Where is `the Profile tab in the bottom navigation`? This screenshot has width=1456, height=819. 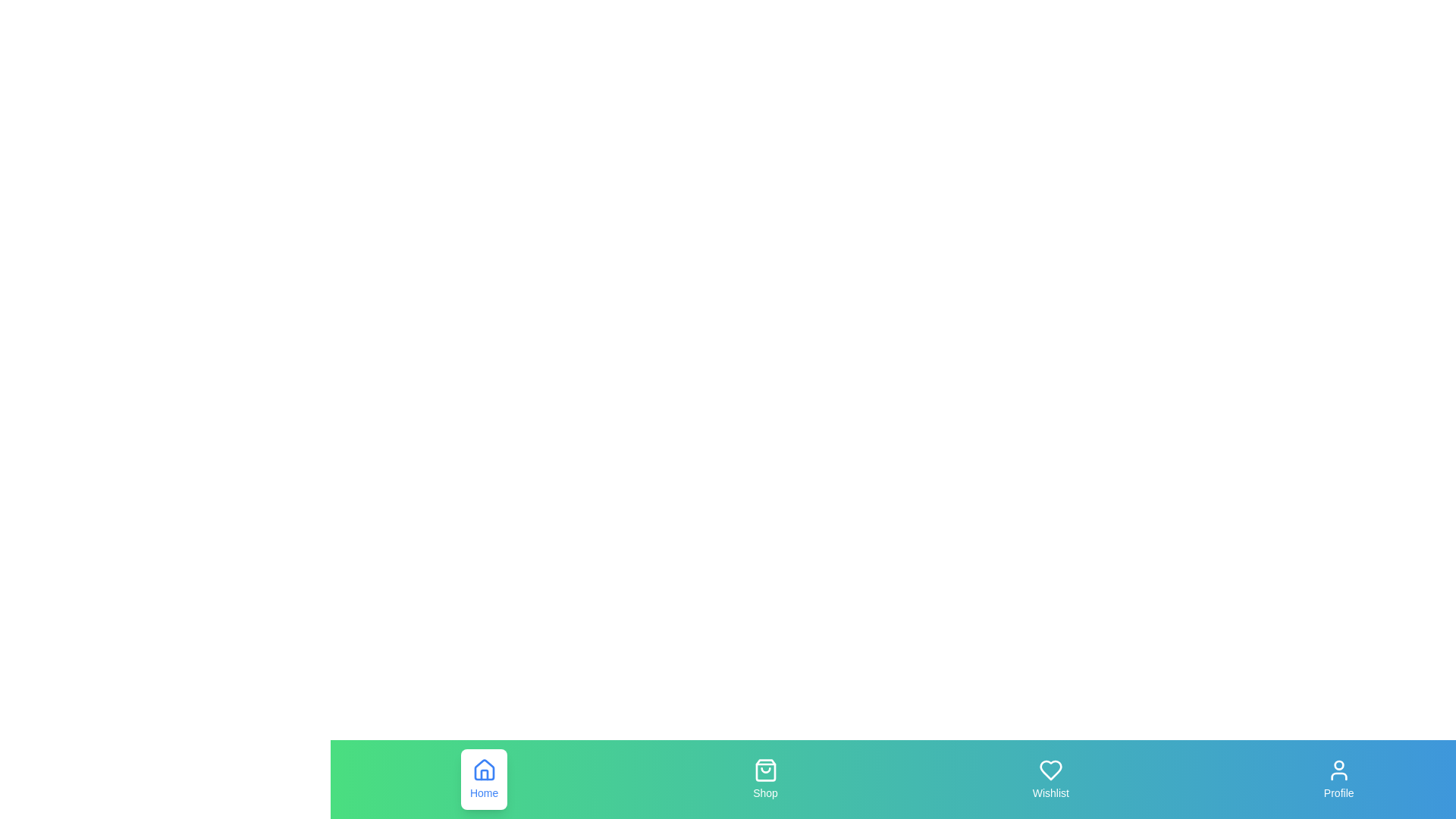 the Profile tab in the bottom navigation is located at coordinates (1338, 780).